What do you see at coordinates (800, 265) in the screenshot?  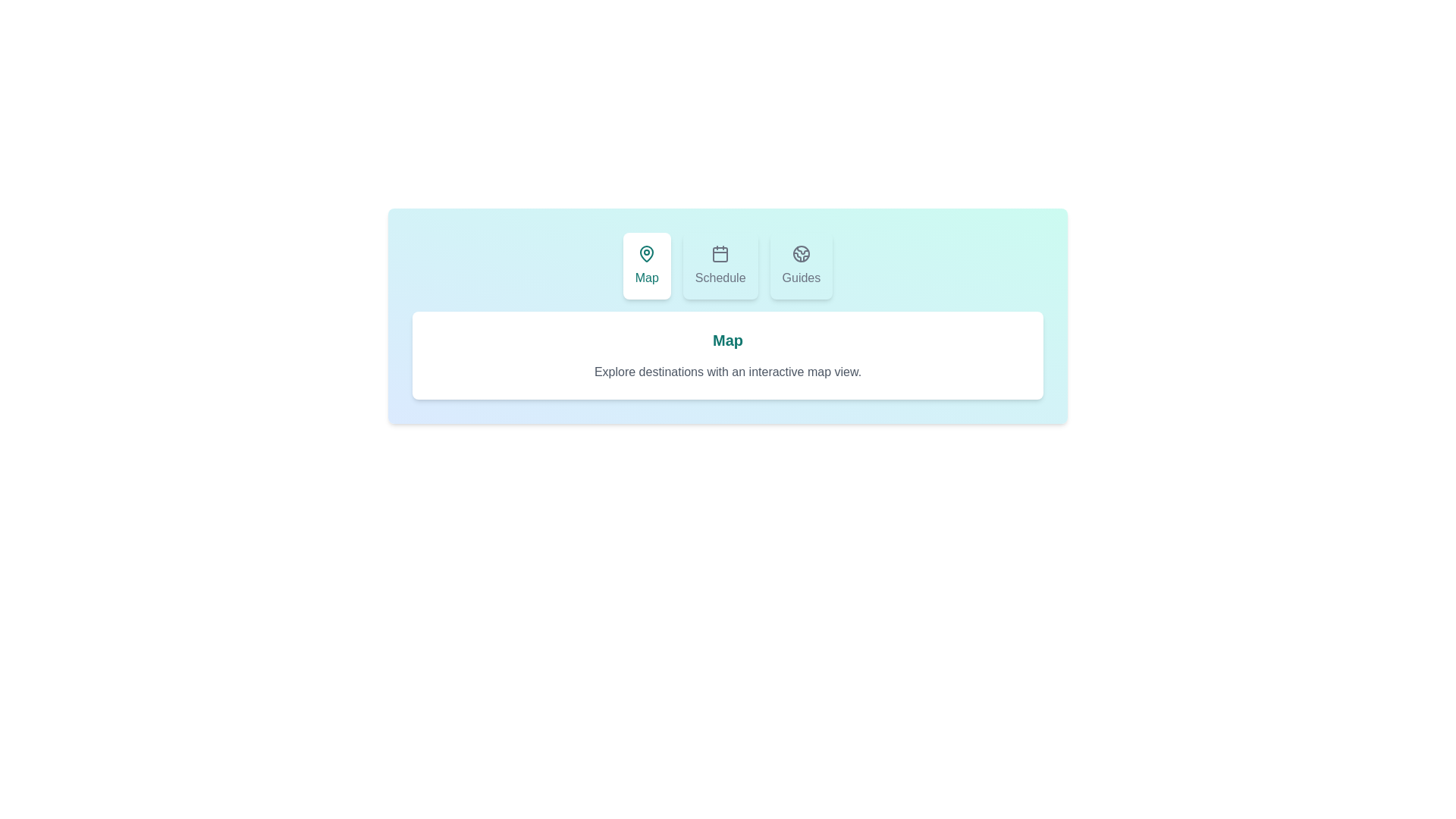 I see `the Guides button to observe its effects` at bounding box center [800, 265].